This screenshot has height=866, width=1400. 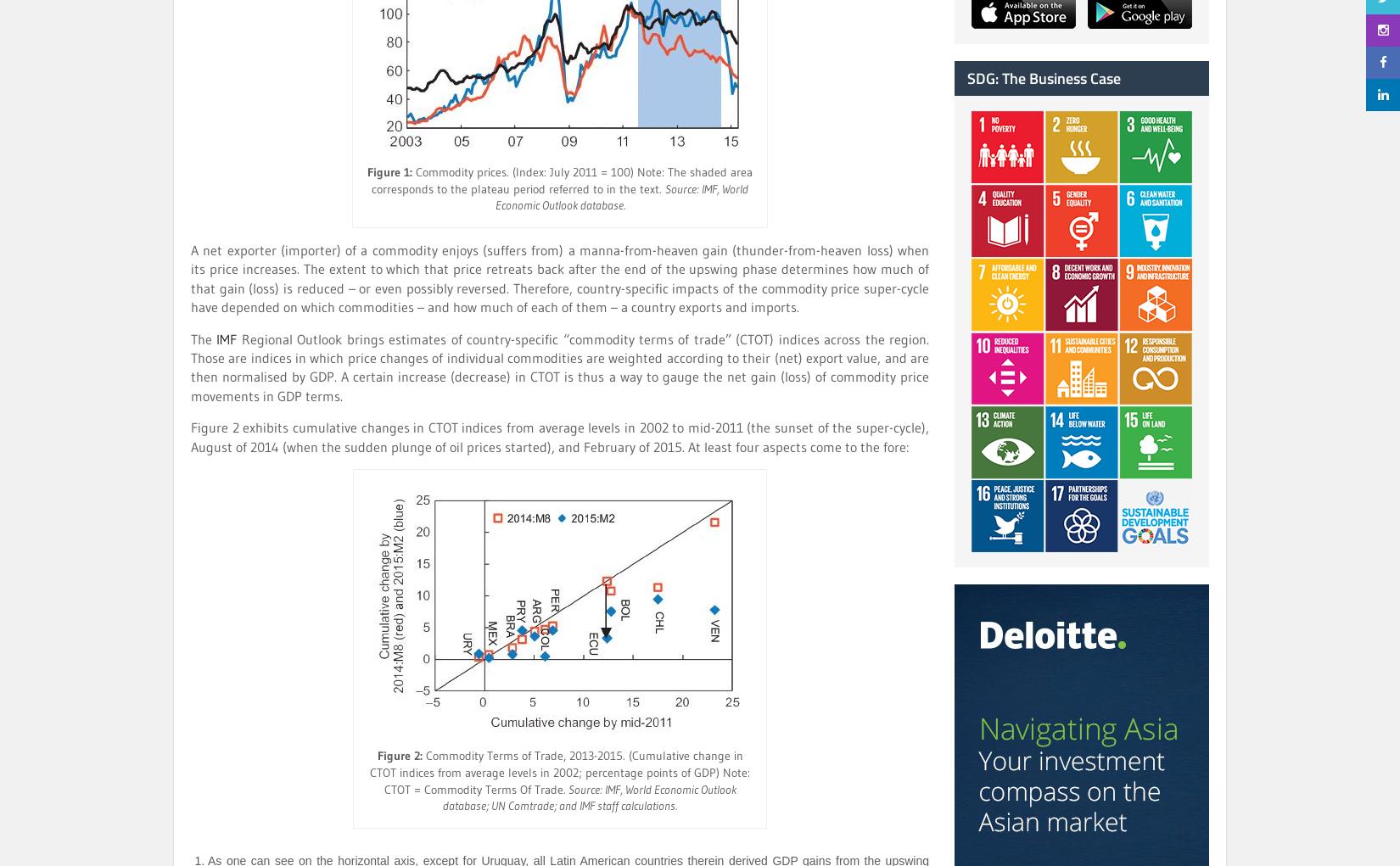 I want to click on 'Commodity prices. (Index: July 2011 = 100) Note: The shaded area corresponds to the plateau period referred to in the text.', so click(x=561, y=180).